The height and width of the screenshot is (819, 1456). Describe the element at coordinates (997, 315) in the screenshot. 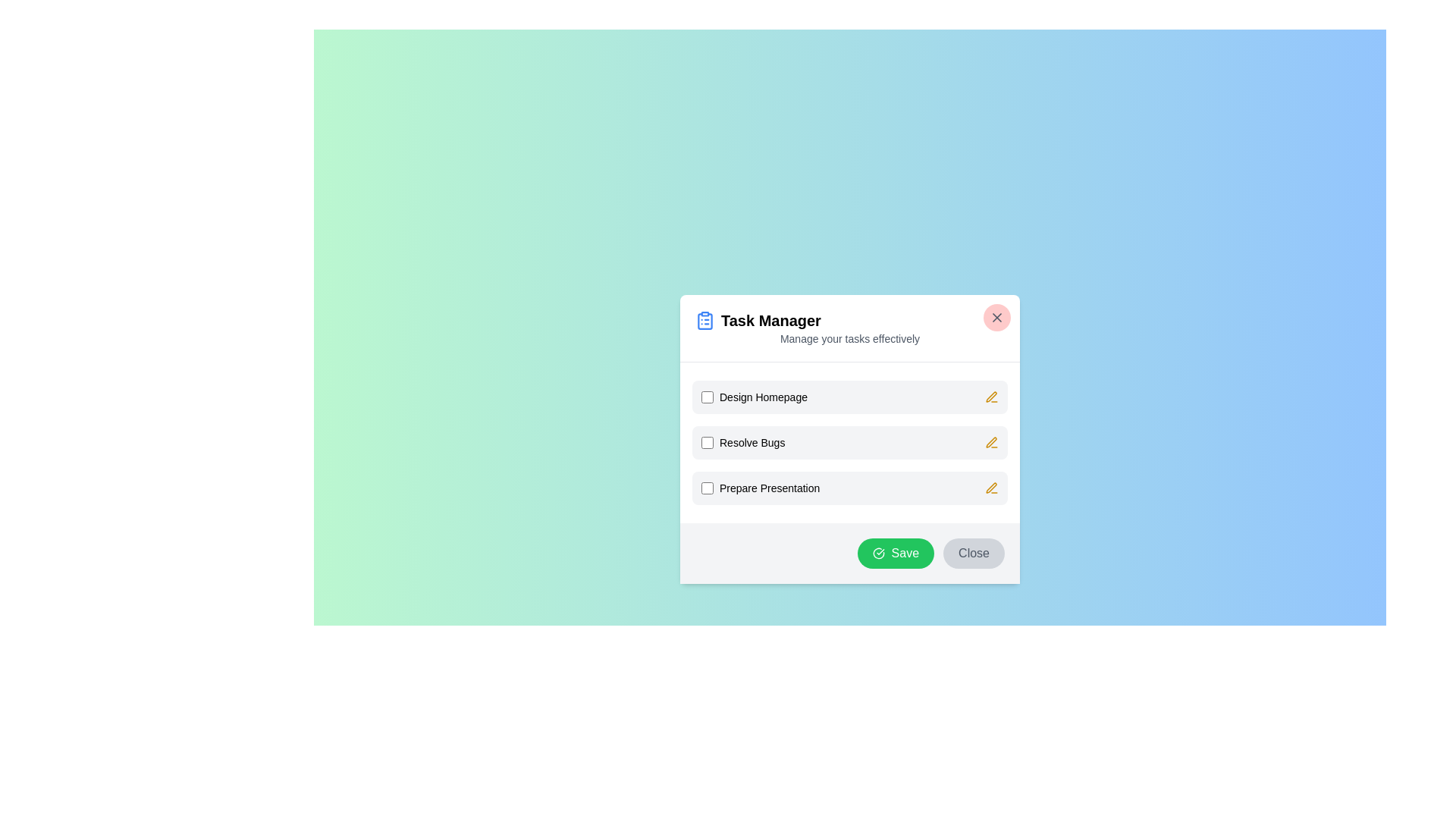

I see `the close button located at the top-right corner of the 'Task Manager' modal` at that location.